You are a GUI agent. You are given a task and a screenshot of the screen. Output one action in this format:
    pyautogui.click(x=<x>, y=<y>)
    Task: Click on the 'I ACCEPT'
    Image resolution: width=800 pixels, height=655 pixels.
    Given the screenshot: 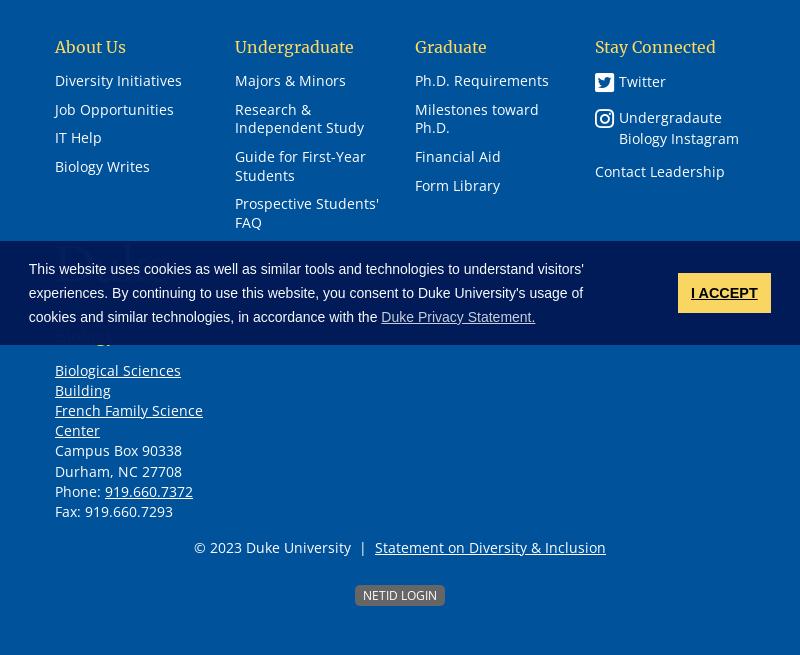 What is the action you would take?
    pyautogui.click(x=723, y=292)
    